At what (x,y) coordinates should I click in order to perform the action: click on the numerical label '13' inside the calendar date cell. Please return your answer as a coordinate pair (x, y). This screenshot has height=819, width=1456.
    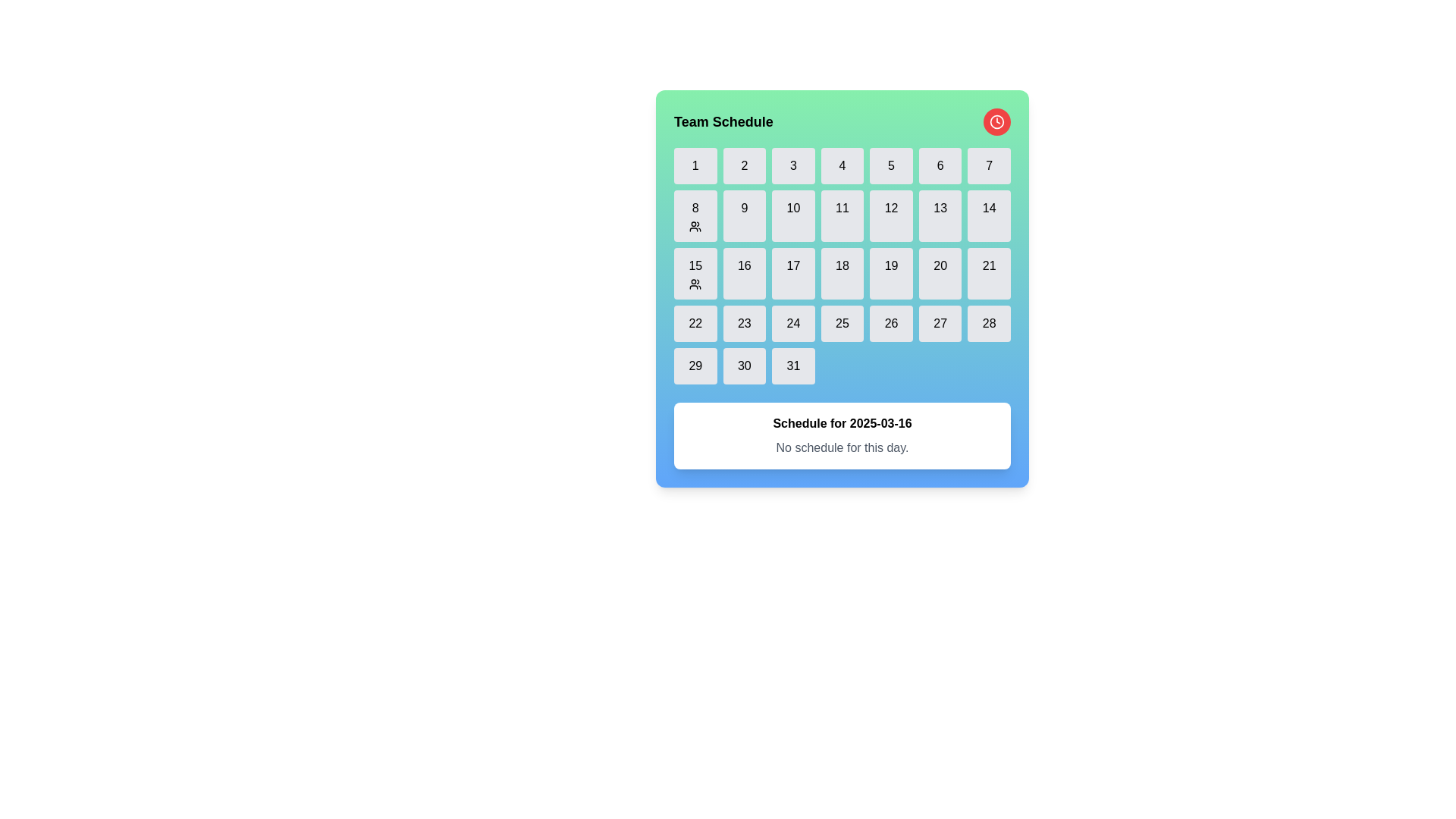
    Looking at the image, I should click on (939, 208).